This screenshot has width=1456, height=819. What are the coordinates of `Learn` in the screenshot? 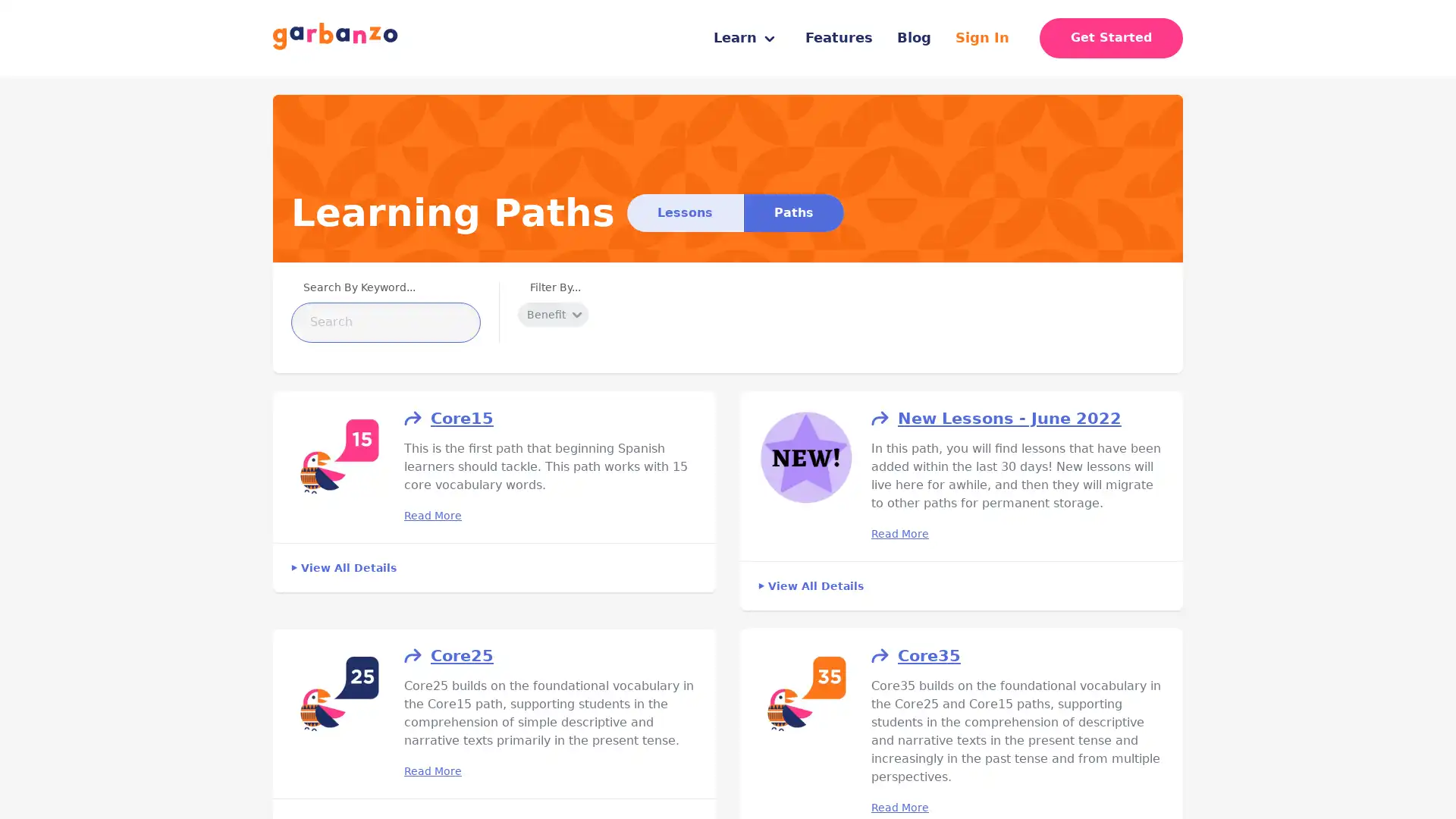 It's located at (744, 37).